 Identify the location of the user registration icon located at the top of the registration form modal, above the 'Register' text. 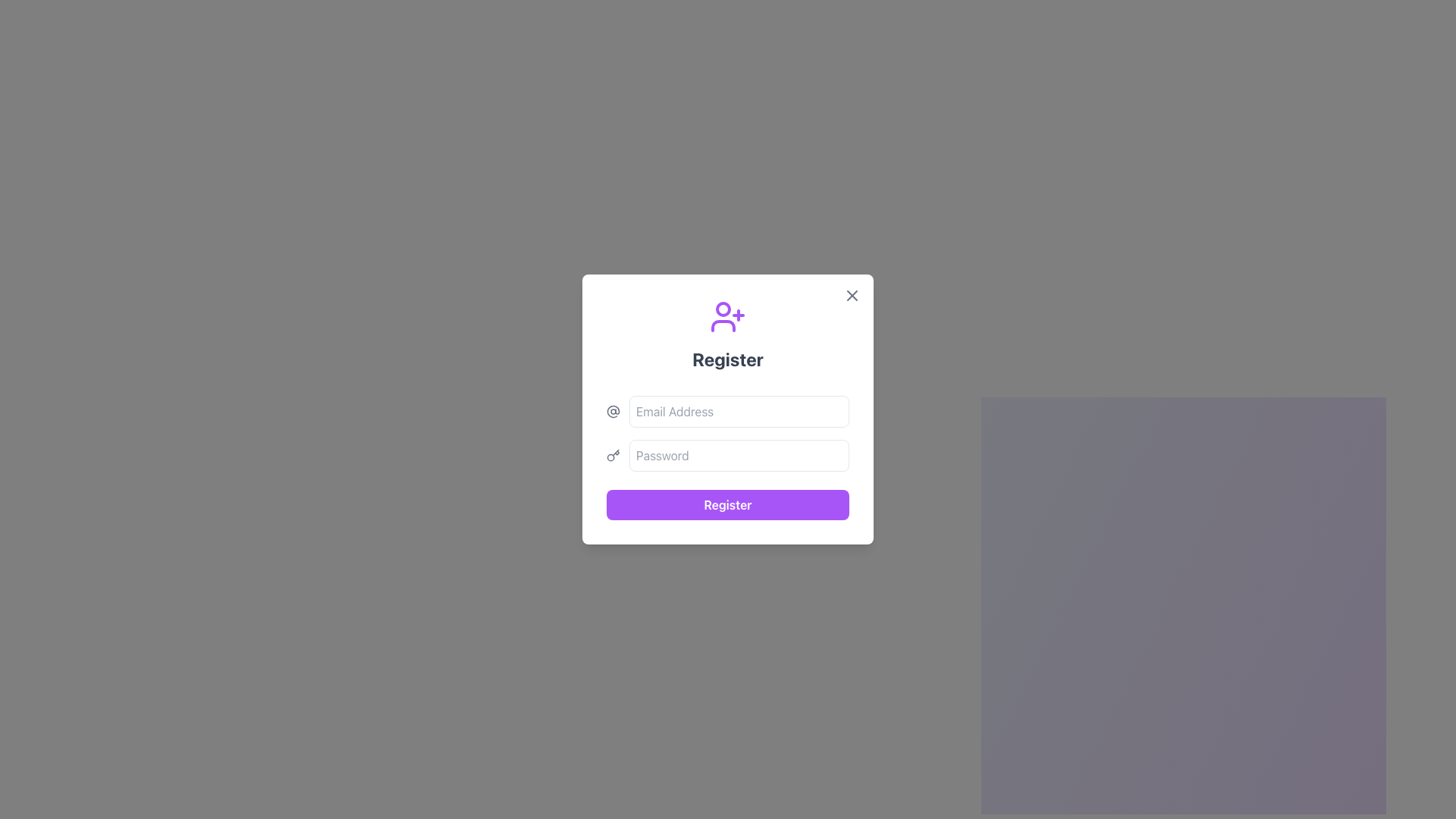
(728, 315).